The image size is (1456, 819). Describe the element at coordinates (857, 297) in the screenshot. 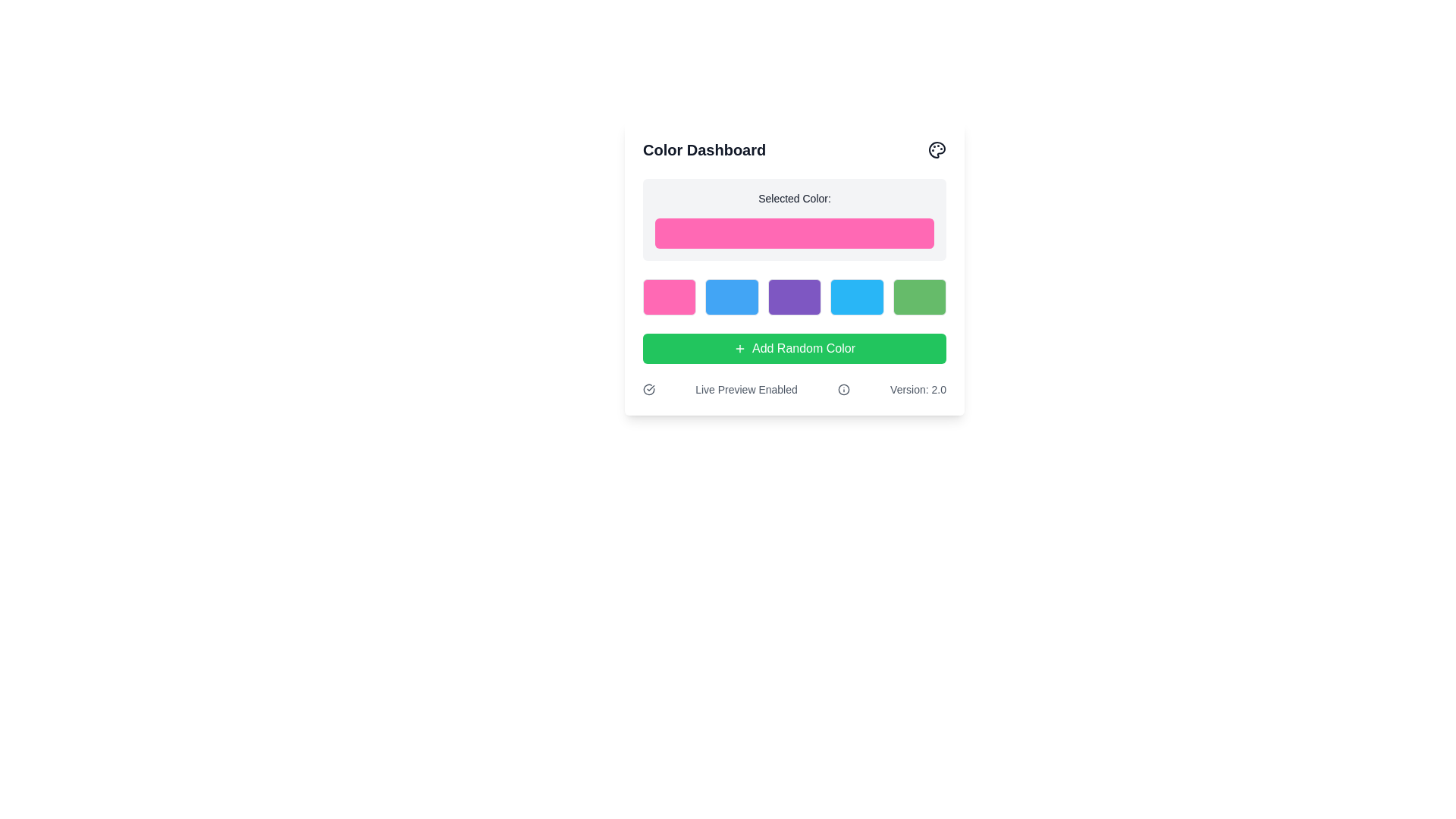

I see `the blue color selection button, which is the fourth button in a row of five buttons on the Color Dashboard interface, positioned between the purple button and the green button` at that location.